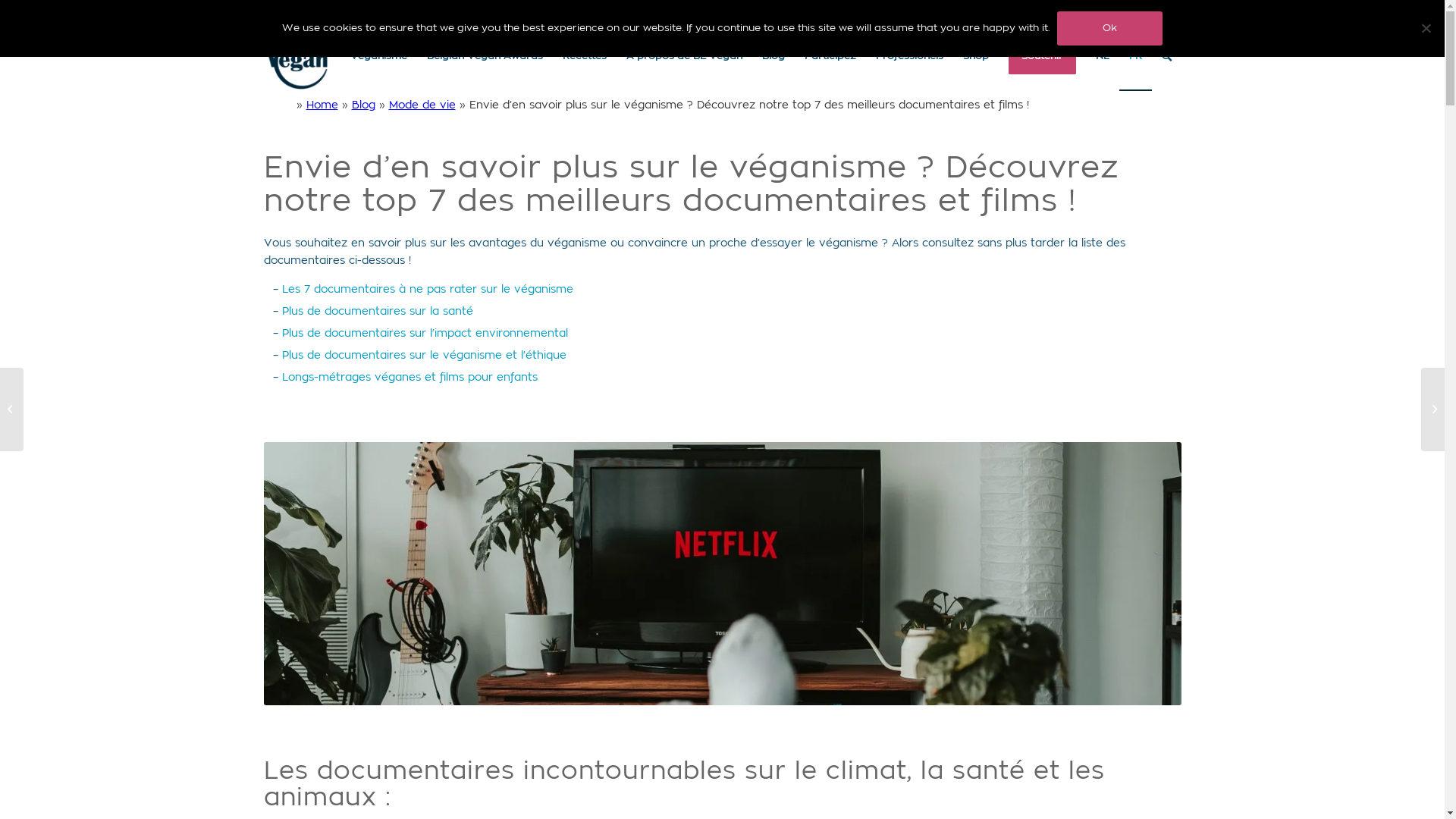 This screenshot has height=819, width=1456. Describe the element at coordinates (1135, 55) in the screenshot. I see `'FR'` at that location.